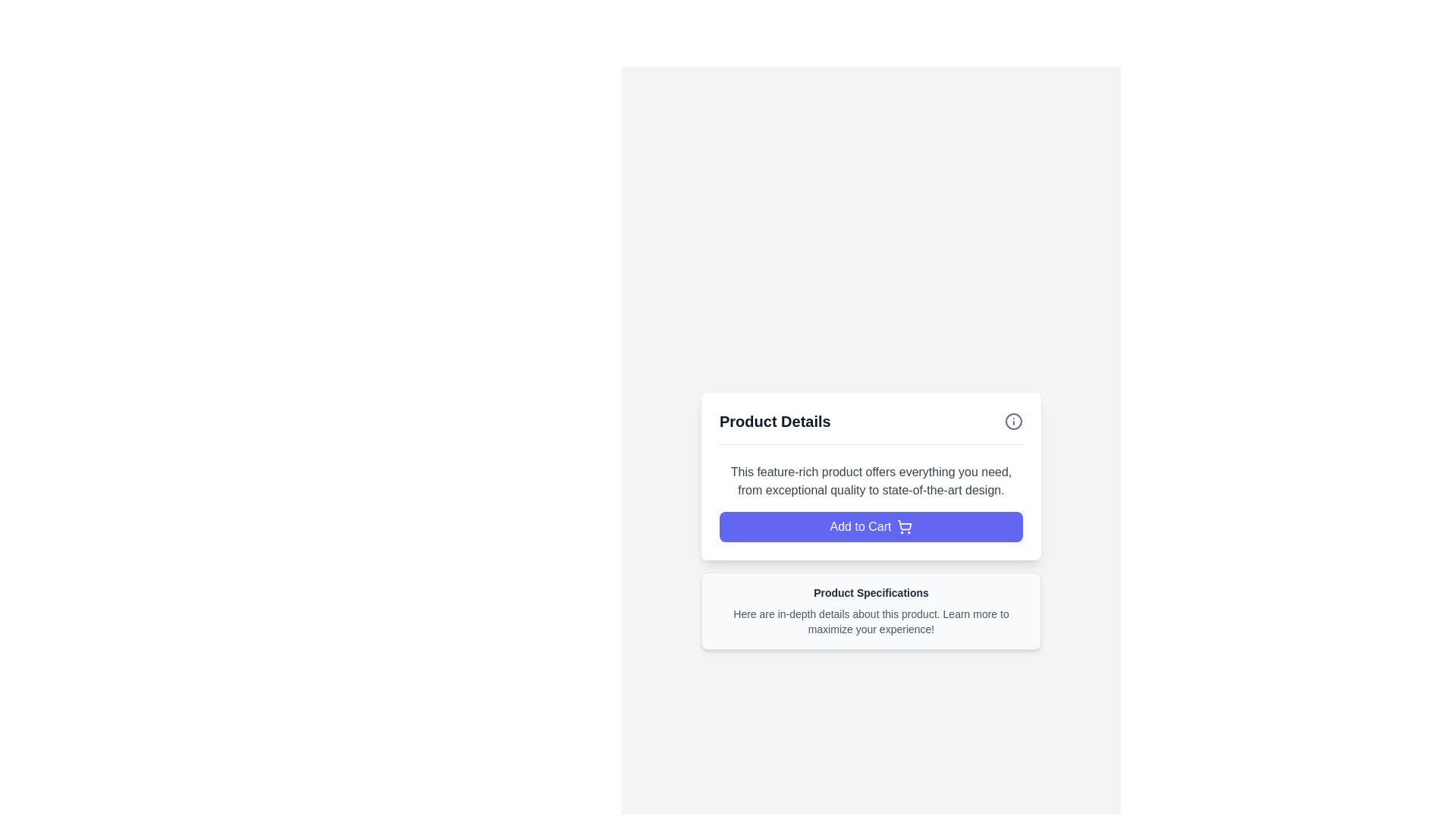  Describe the element at coordinates (1014, 421) in the screenshot. I see `the circular shape defined by a stroked outline without a fill color in the SVG graphic located at the top right corner of the 'Product Details' section` at that location.